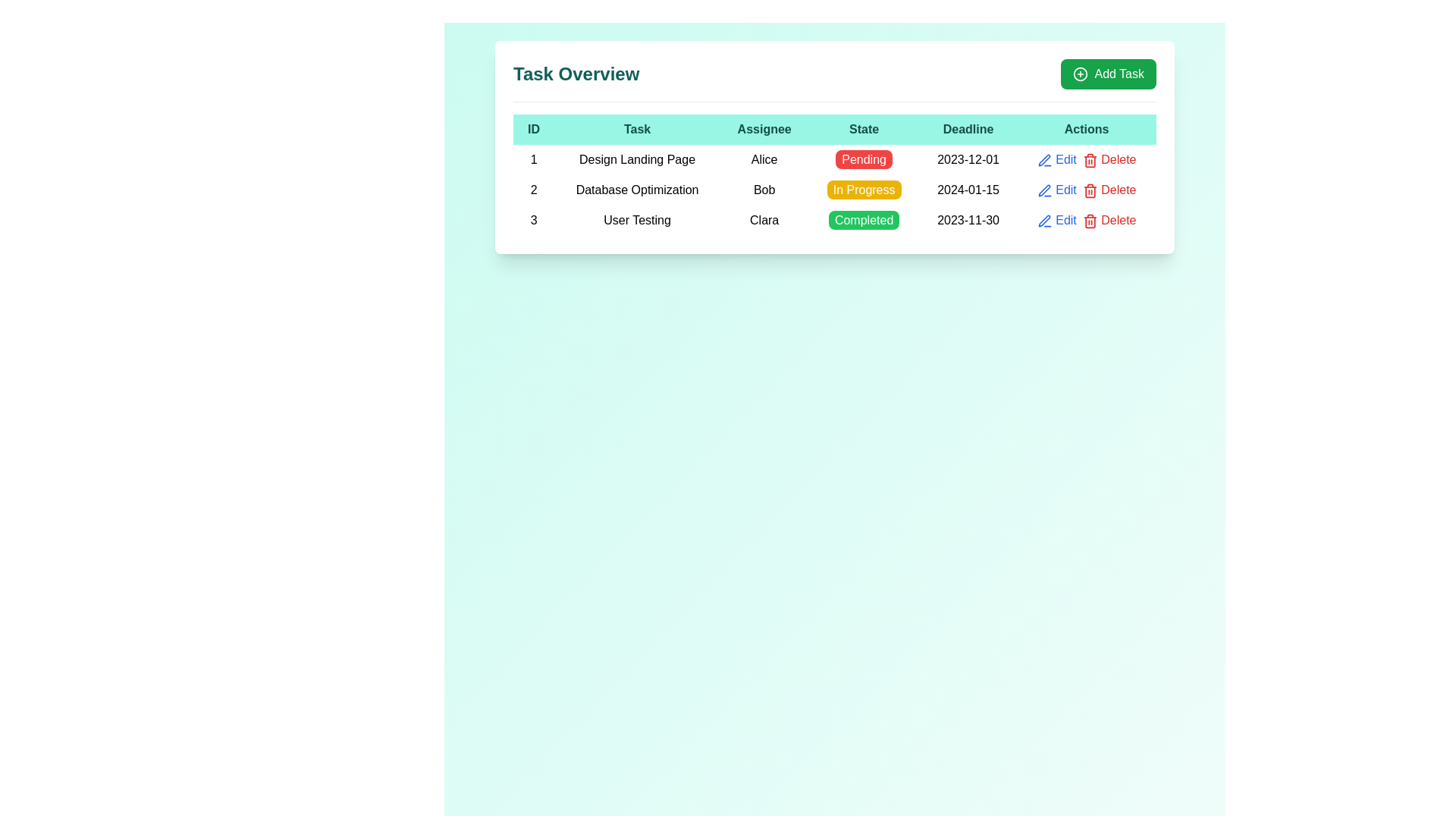  I want to click on the text label displaying the date '2024-01-15' located in the 'Deadline' column of the second row in the table, so click(967, 189).